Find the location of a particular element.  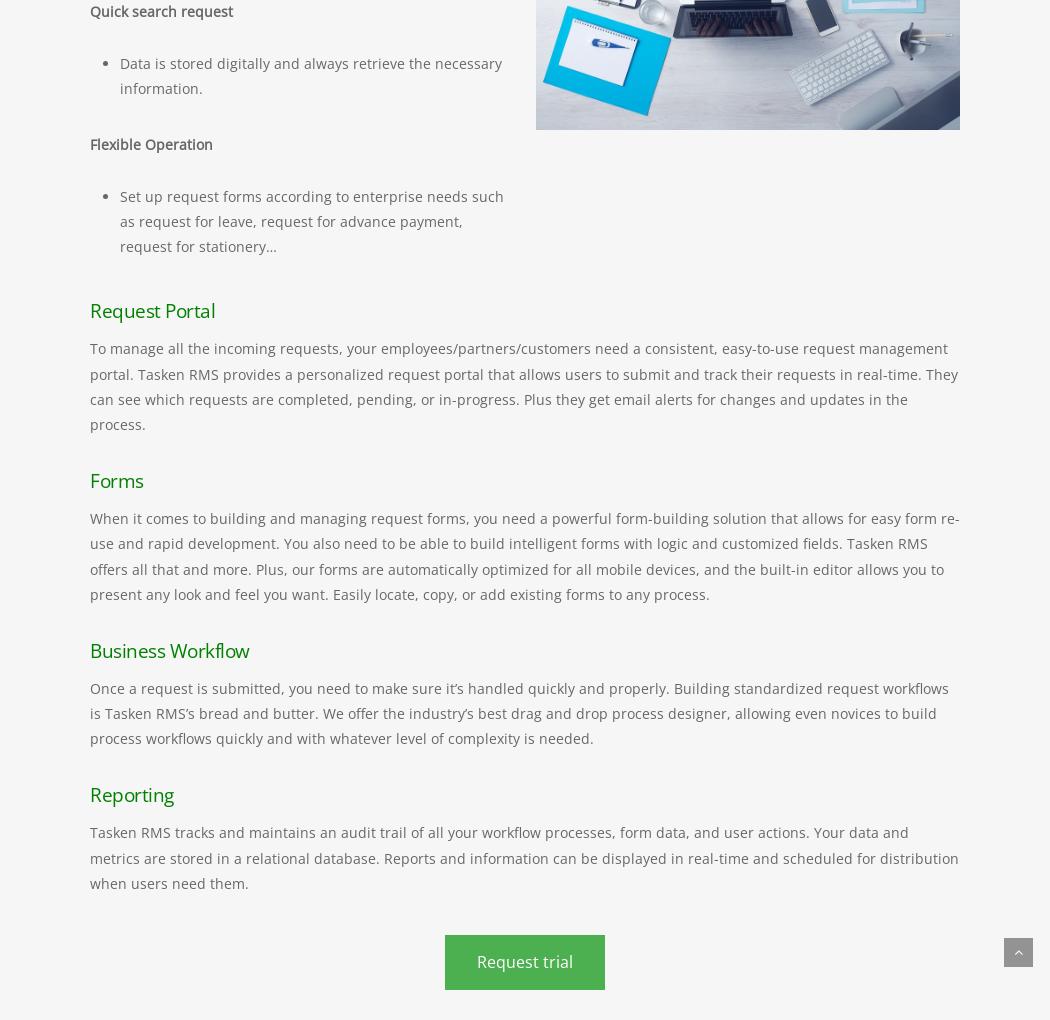

'Flexible Operation' is located at coordinates (151, 143).